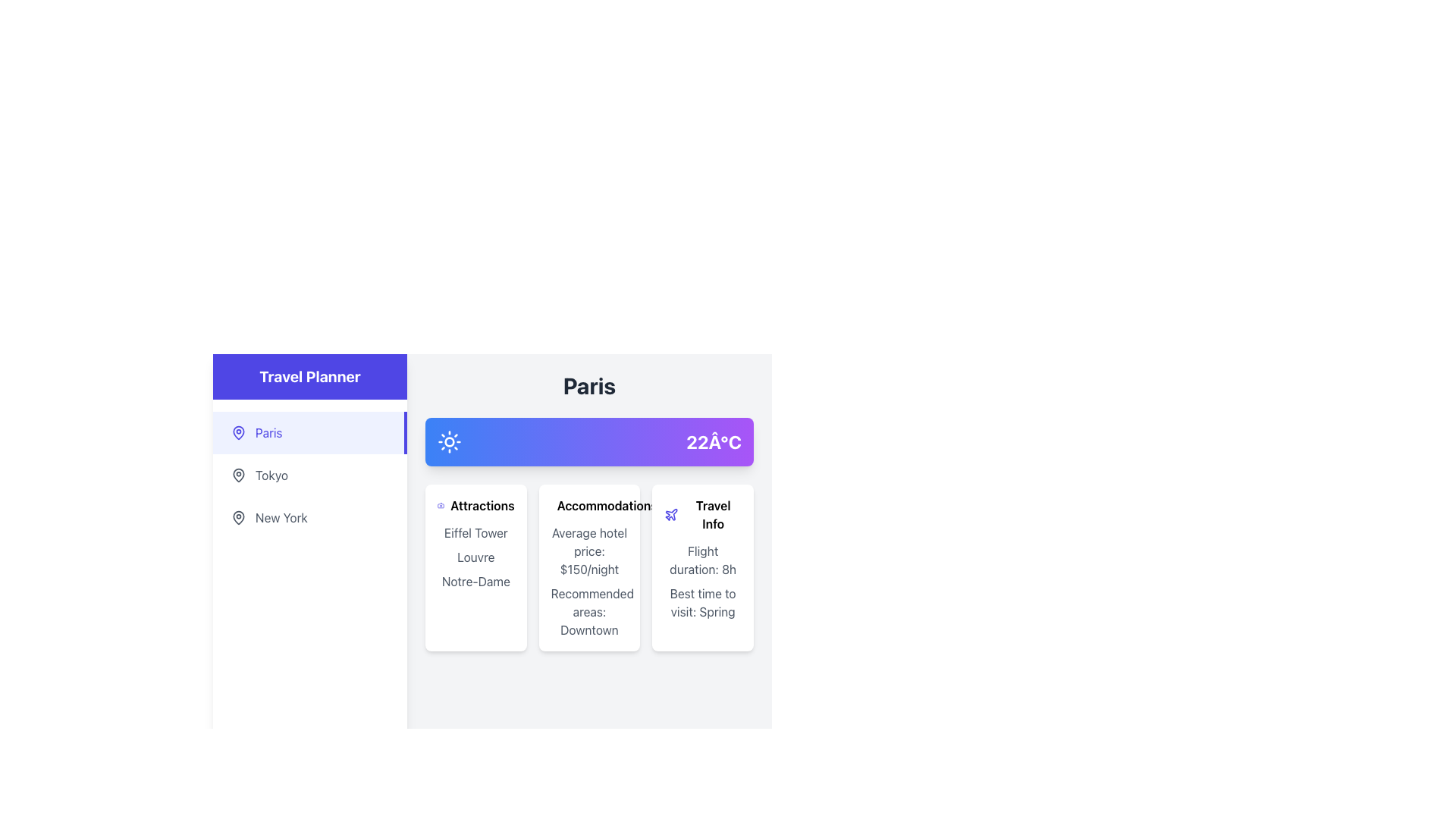  Describe the element at coordinates (702, 567) in the screenshot. I see `information displayed on the 'Travel Info' informational card, which includes the title in bold and two details about flight duration and best visiting time` at that location.